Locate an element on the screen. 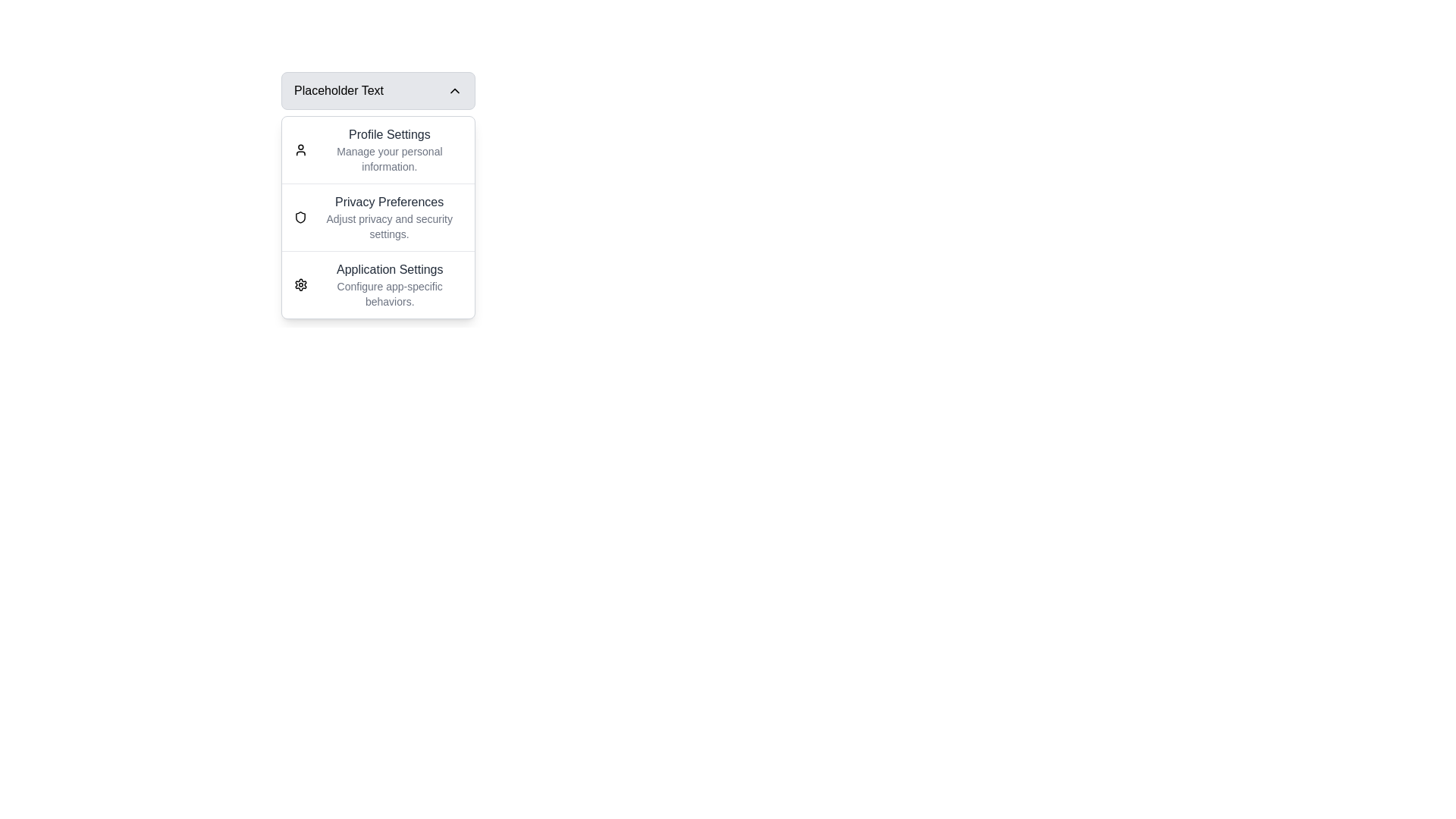 The width and height of the screenshot is (1456, 819). the 'settings' icon located to the left of the 'Application Settings' text in the dropdown menu is located at coordinates (301, 284).